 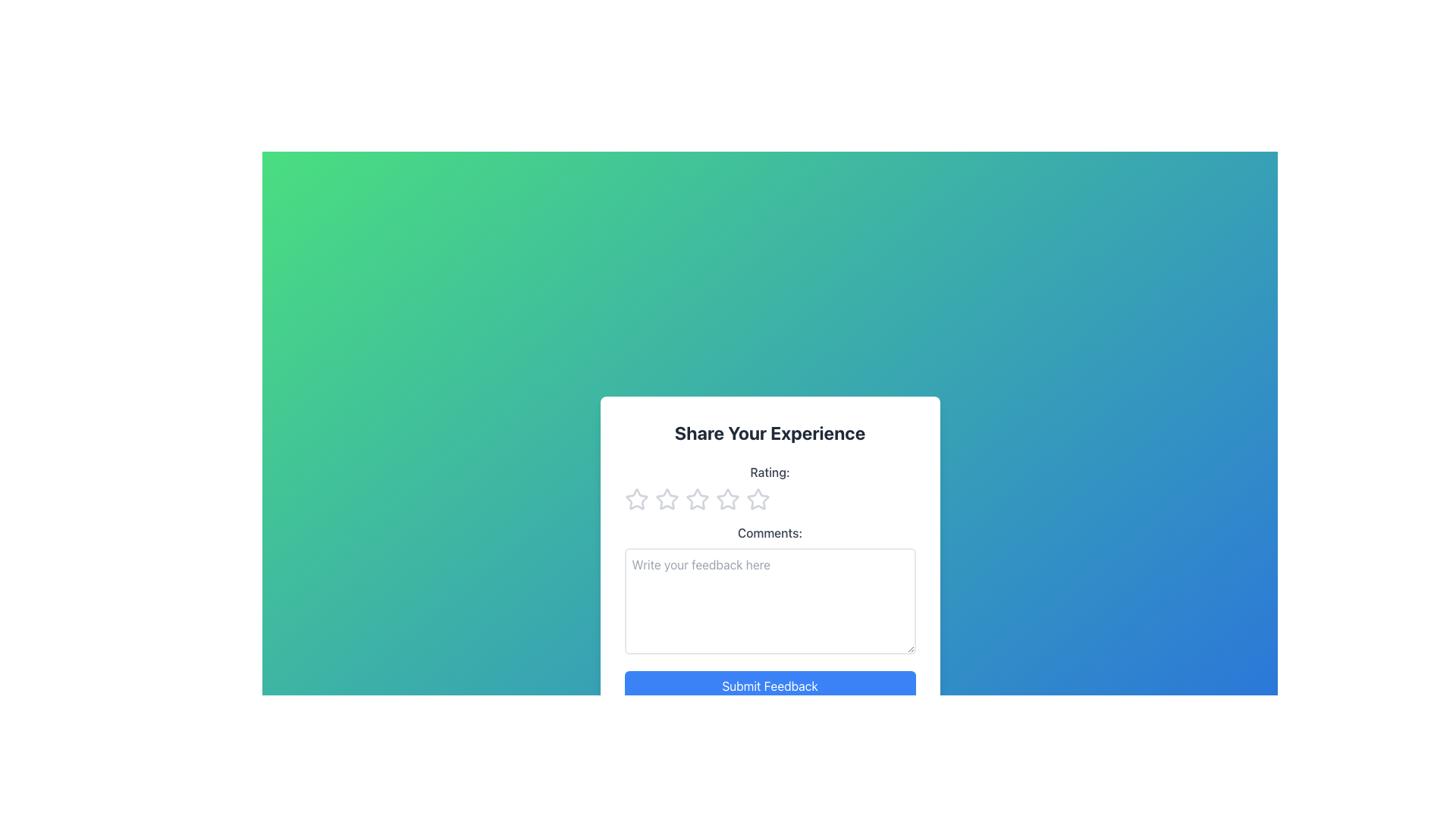 I want to click on the fourth star in the star rating component, so click(x=758, y=499).